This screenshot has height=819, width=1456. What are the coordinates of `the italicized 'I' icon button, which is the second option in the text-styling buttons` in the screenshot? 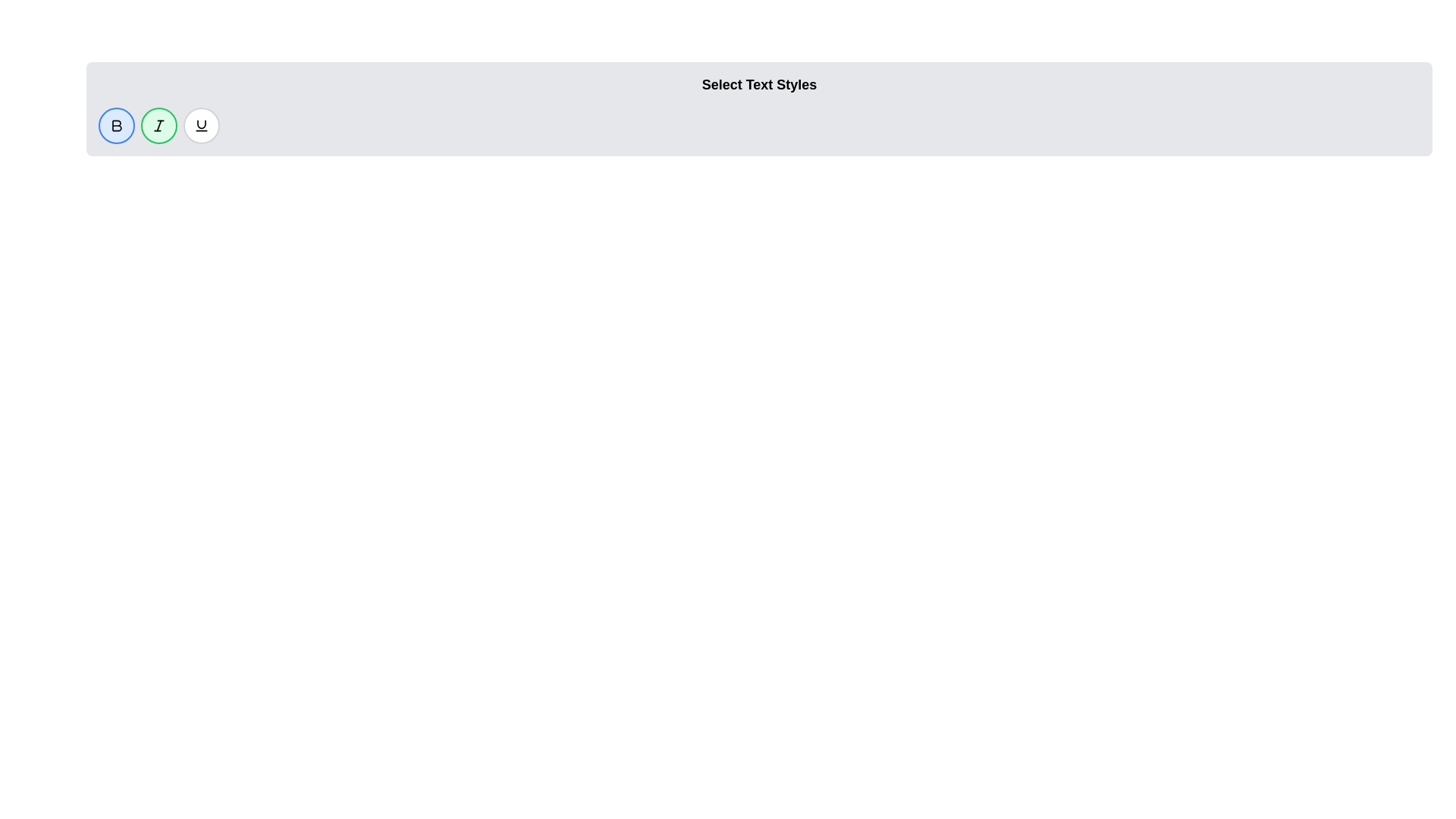 It's located at (159, 124).